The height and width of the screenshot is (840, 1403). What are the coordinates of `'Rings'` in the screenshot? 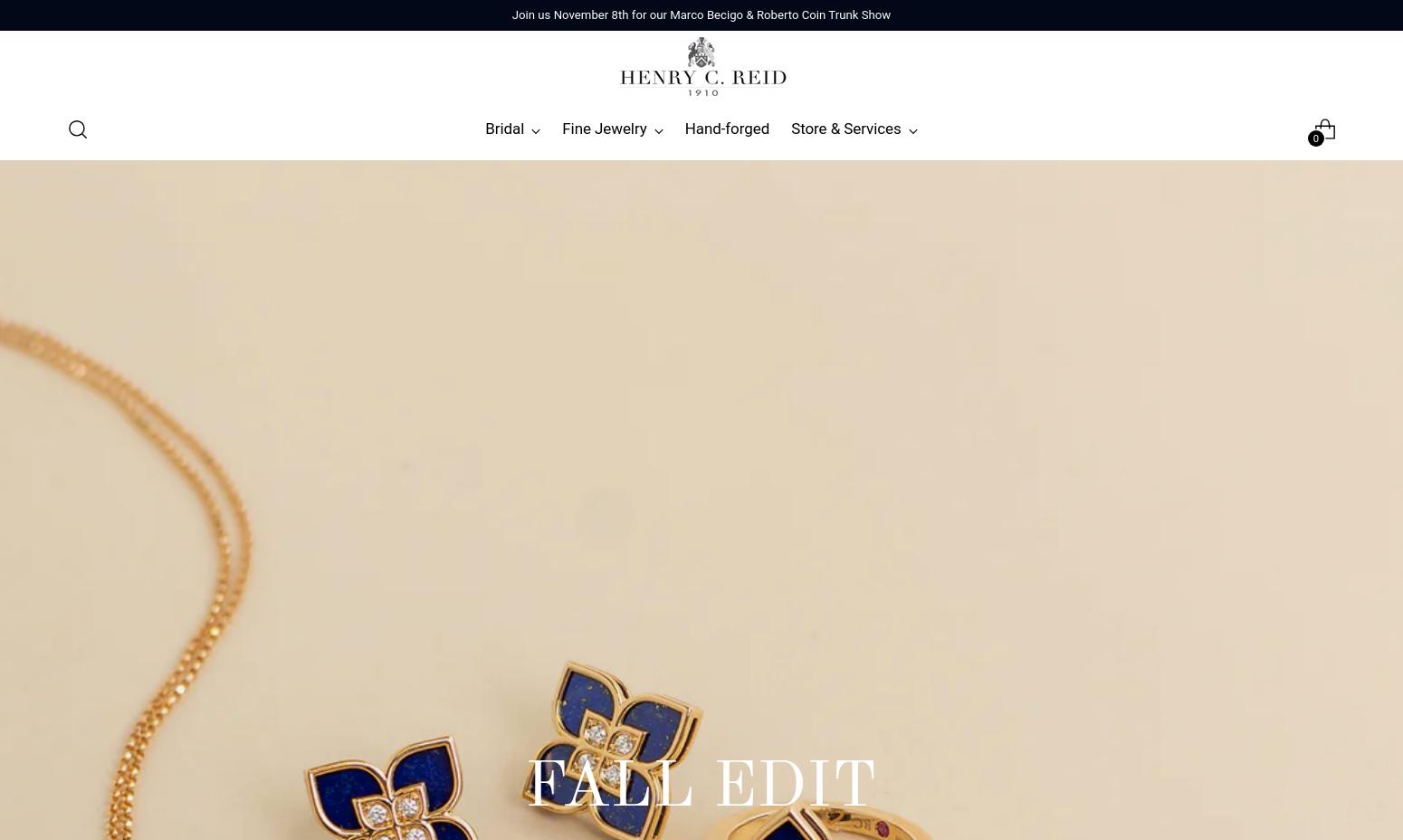 It's located at (90, 220).